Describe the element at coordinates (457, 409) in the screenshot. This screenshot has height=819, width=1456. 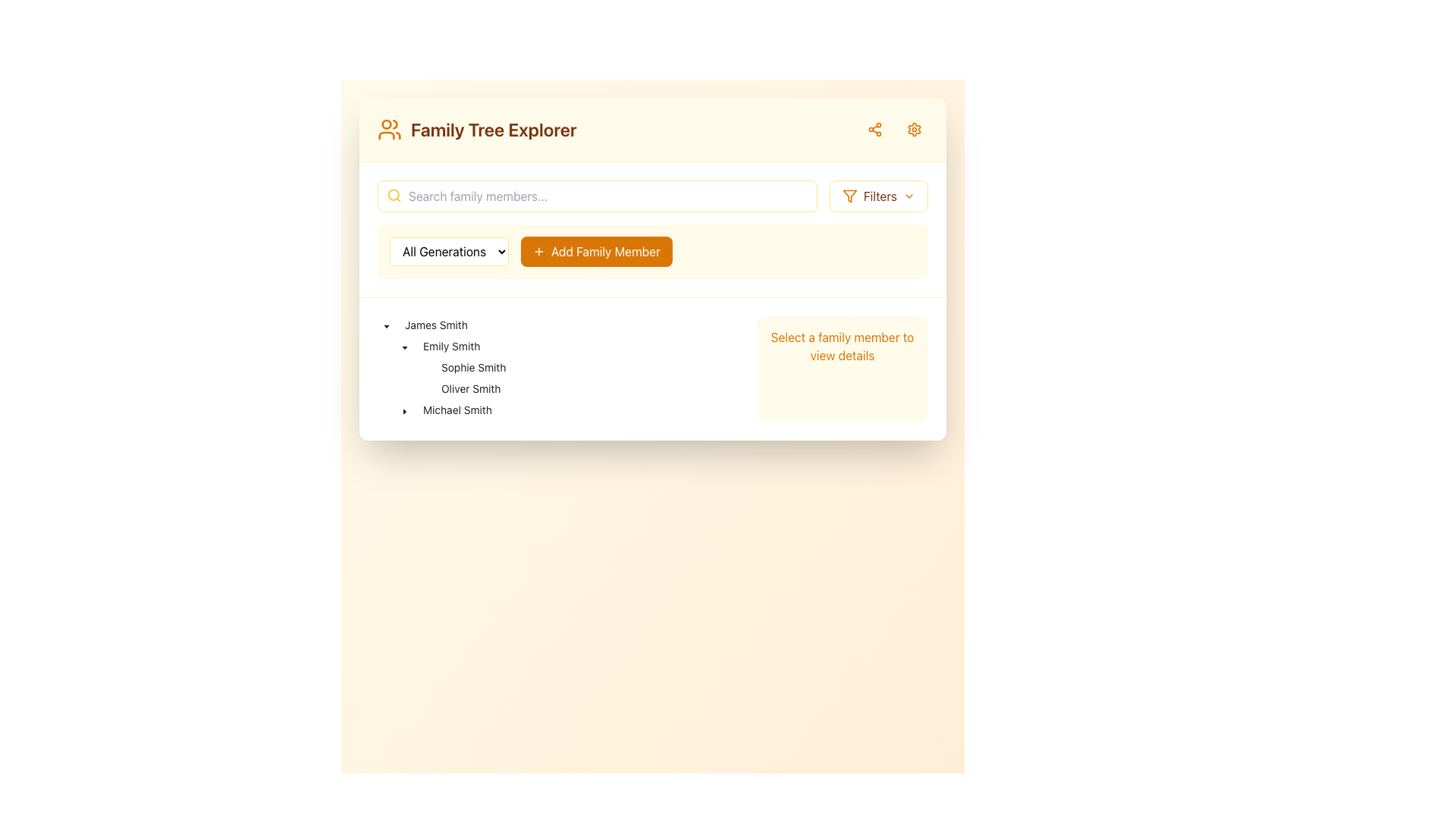
I see `the Text node representing an individual in the family tree, located near the bottom of the visible list, below sibling nodes like 'Oliver Smith'` at that location.